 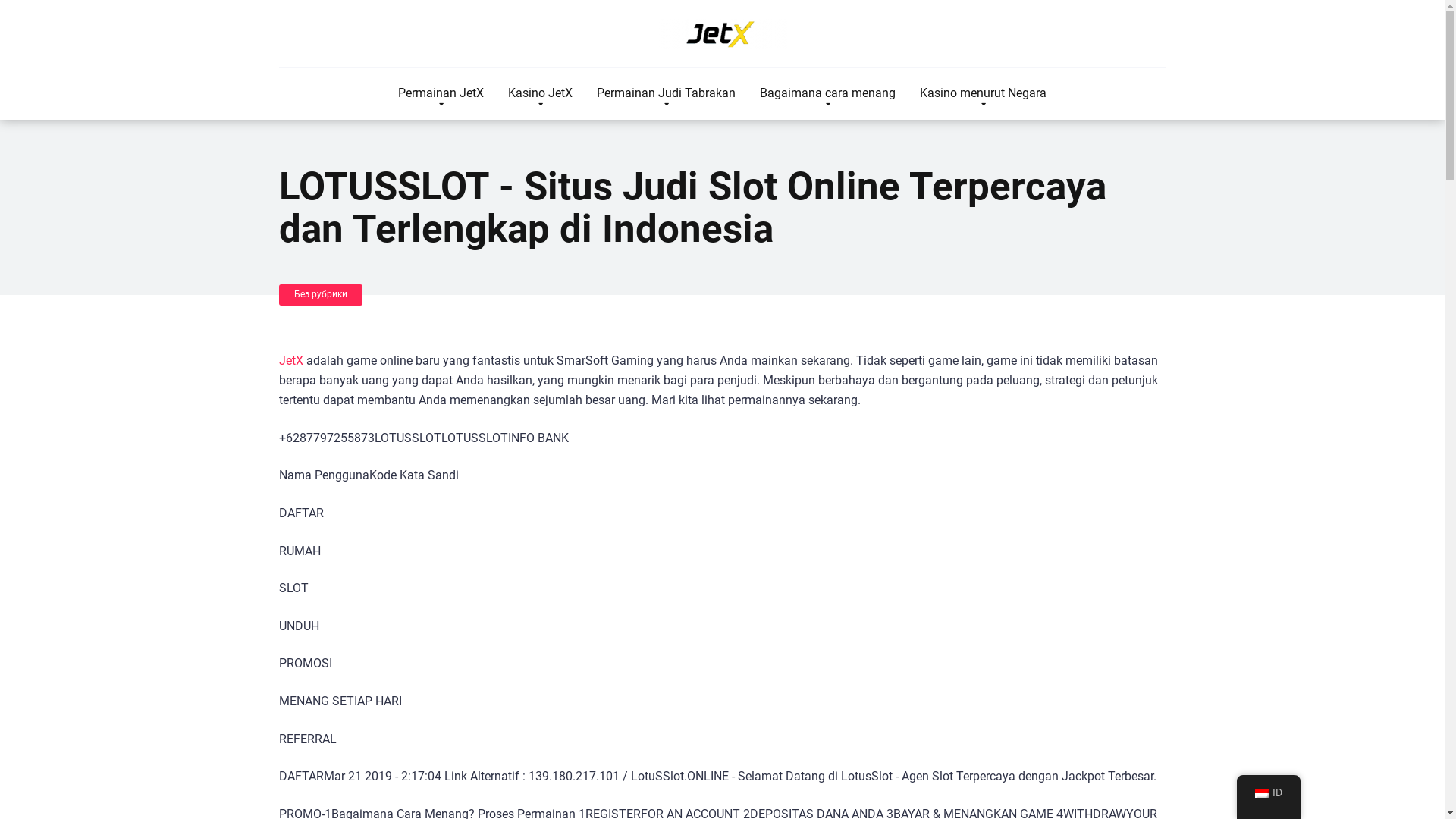 I want to click on 'Indonesian', so click(x=1260, y=792).